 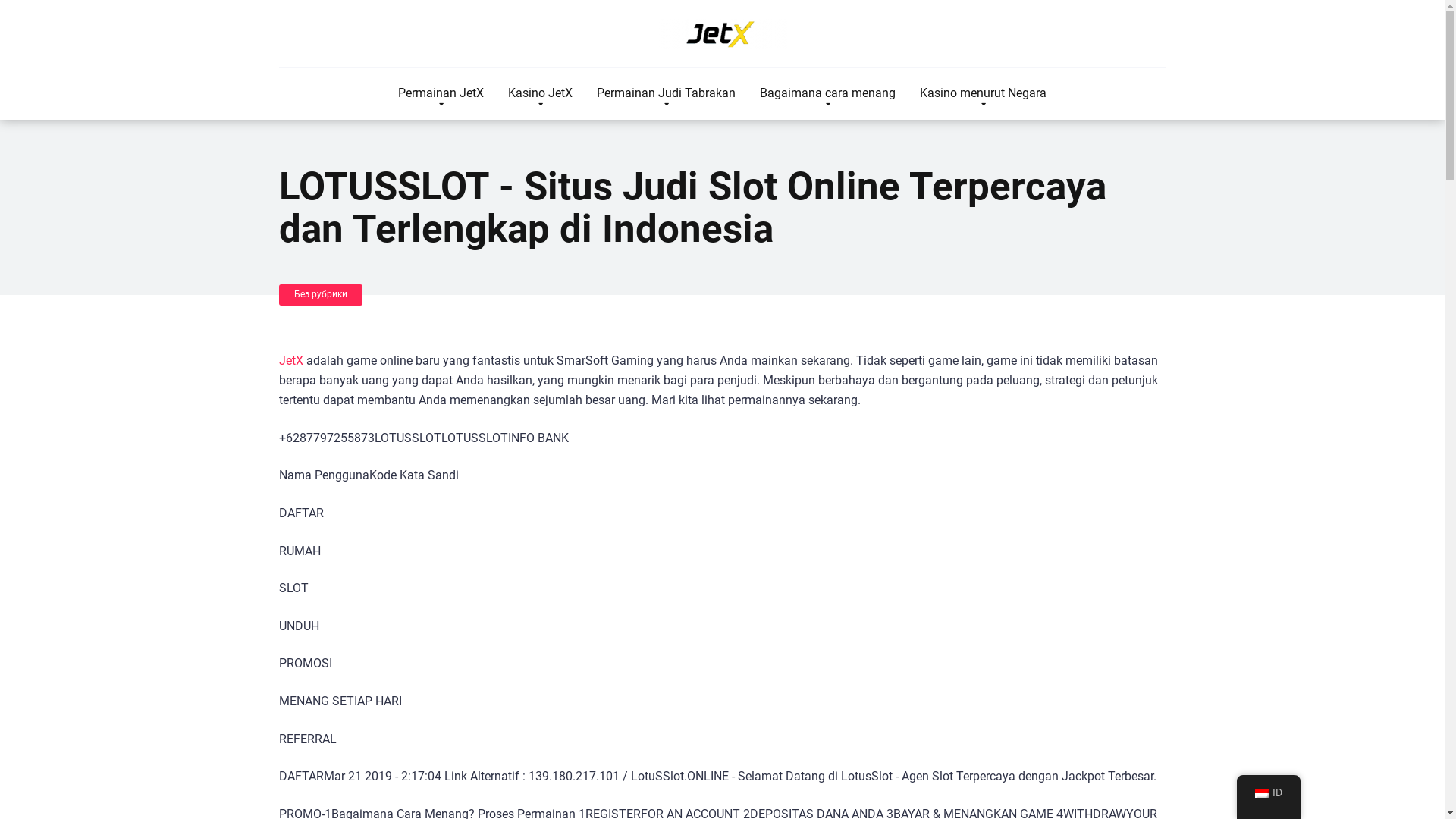 I want to click on 'Indonesian', so click(x=1260, y=792).